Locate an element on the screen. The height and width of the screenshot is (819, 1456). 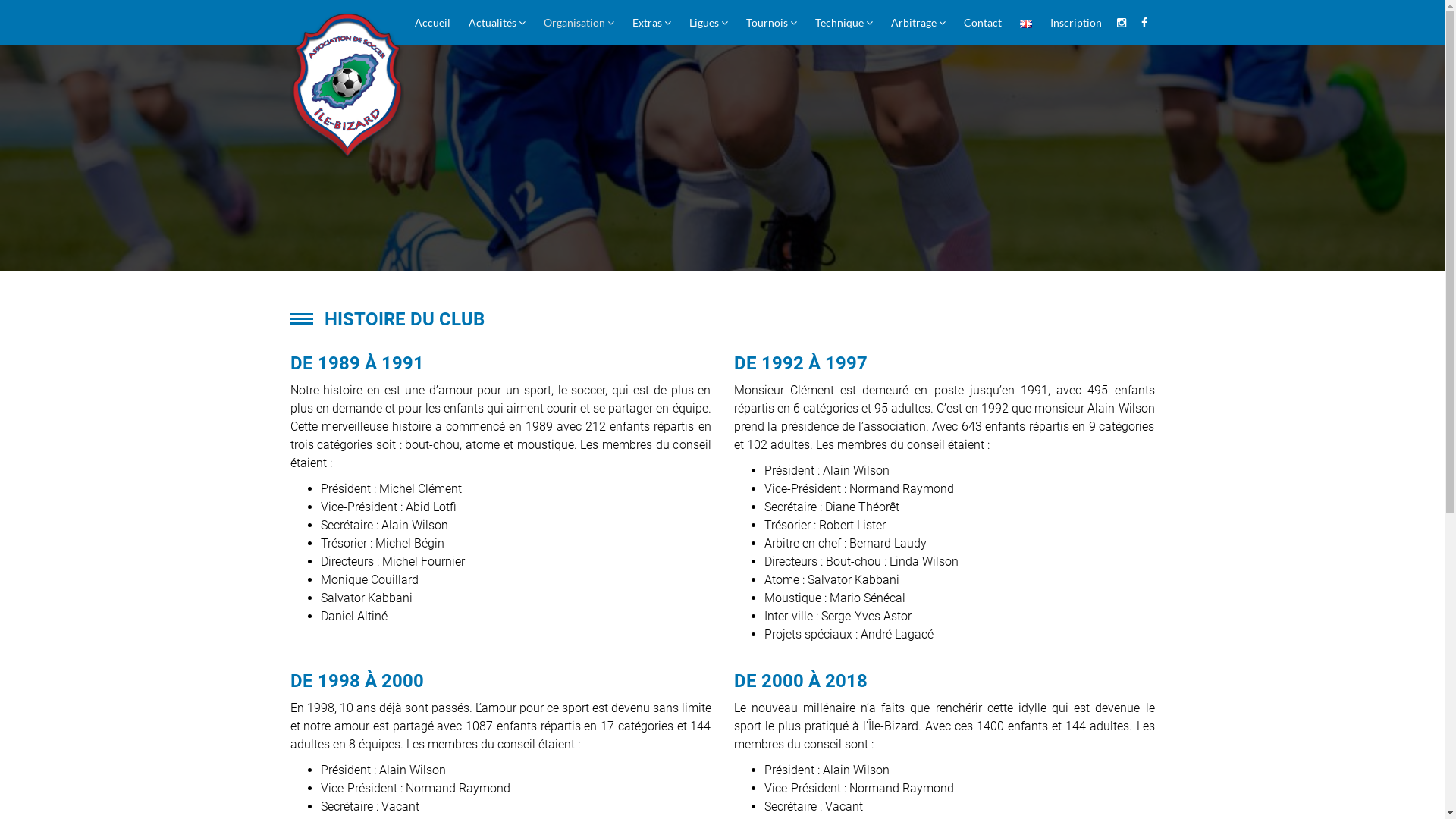
'Organisation' is located at coordinates (577, 23).